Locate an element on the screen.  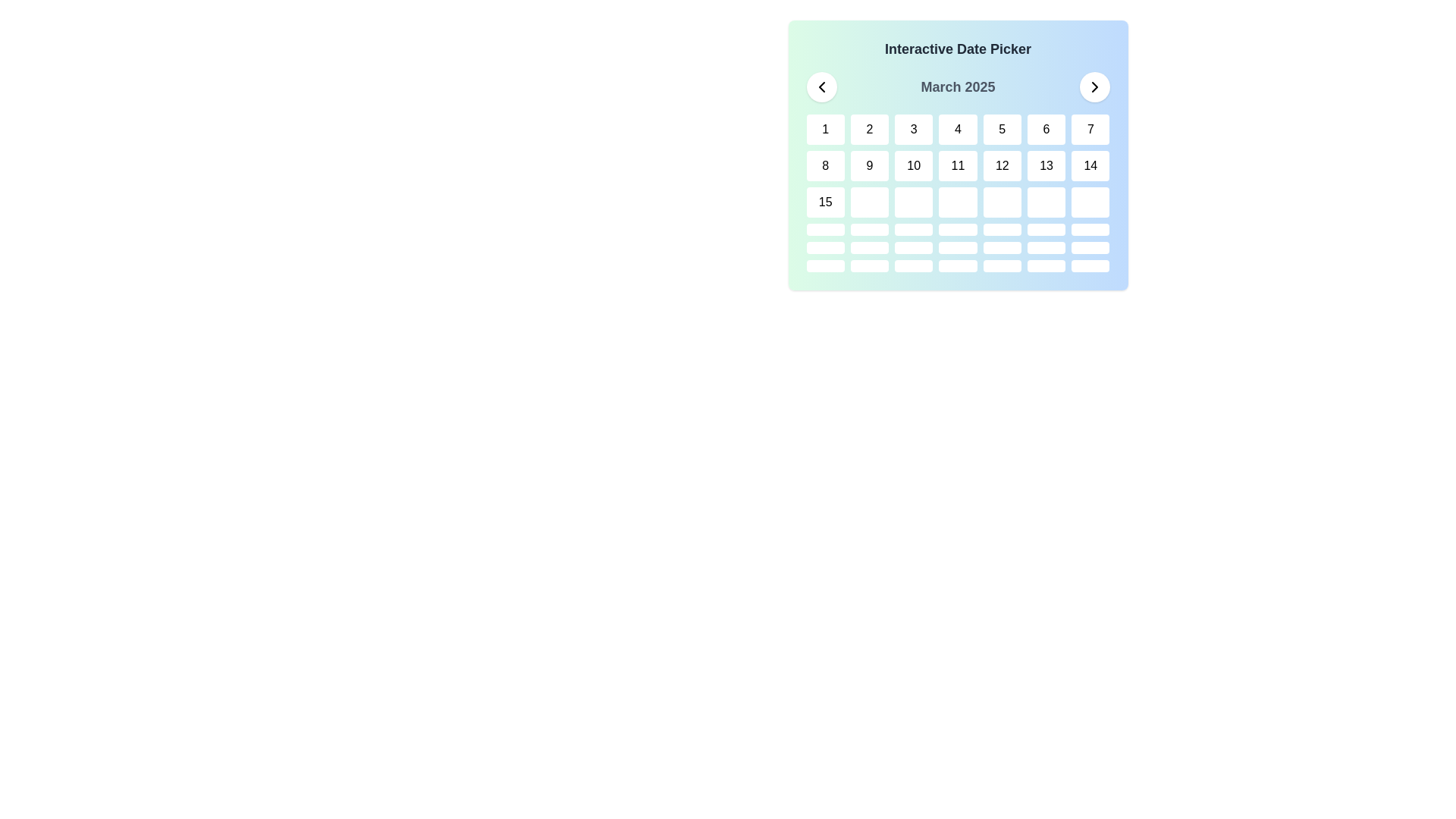
the rightward chevron icon within the circular navigation button located in the top-right corner of the date picker interface is located at coordinates (1094, 87).